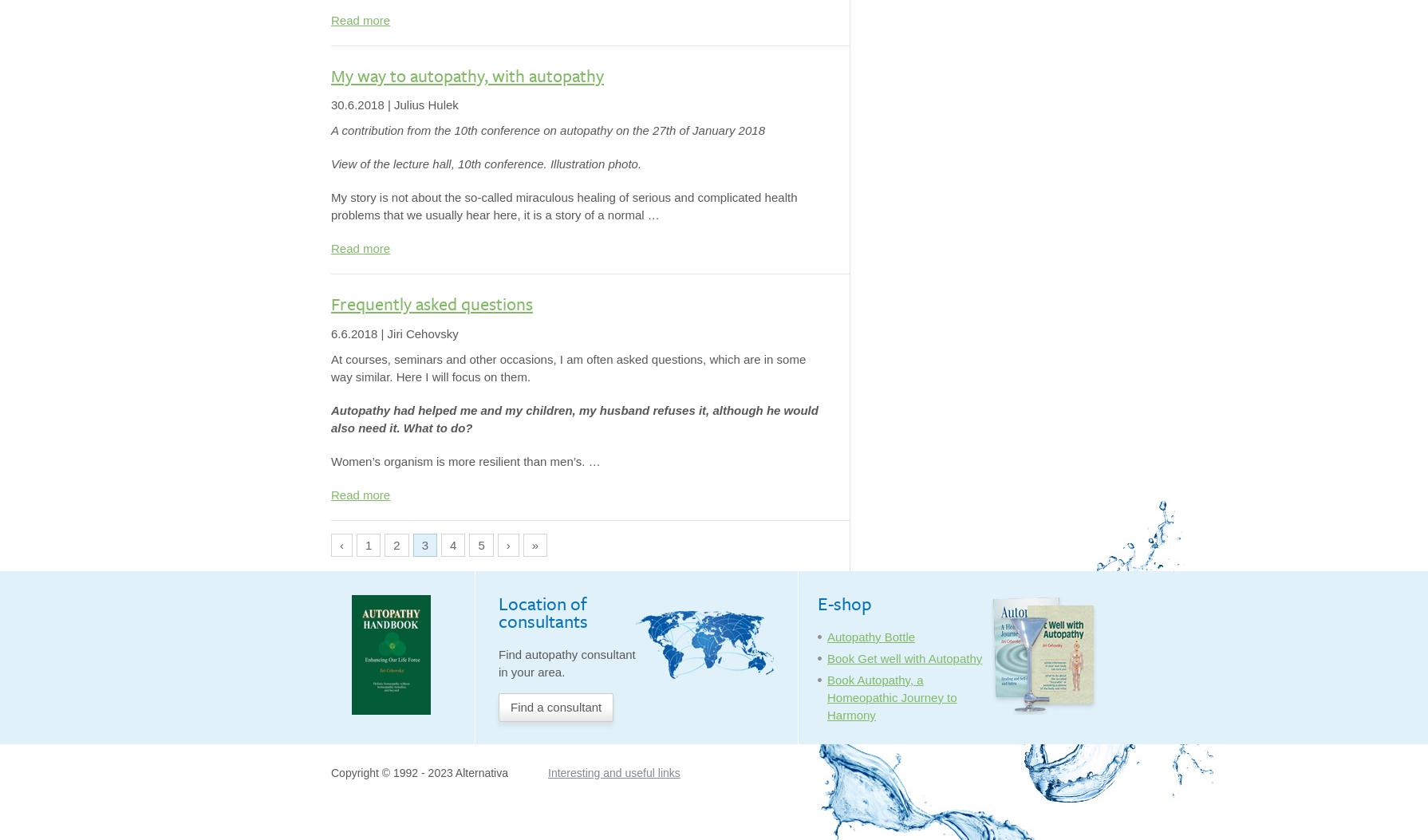 The height and width of the screenshot is (840, 1428). I want to click on '30.6.2018', so click(330, 105).